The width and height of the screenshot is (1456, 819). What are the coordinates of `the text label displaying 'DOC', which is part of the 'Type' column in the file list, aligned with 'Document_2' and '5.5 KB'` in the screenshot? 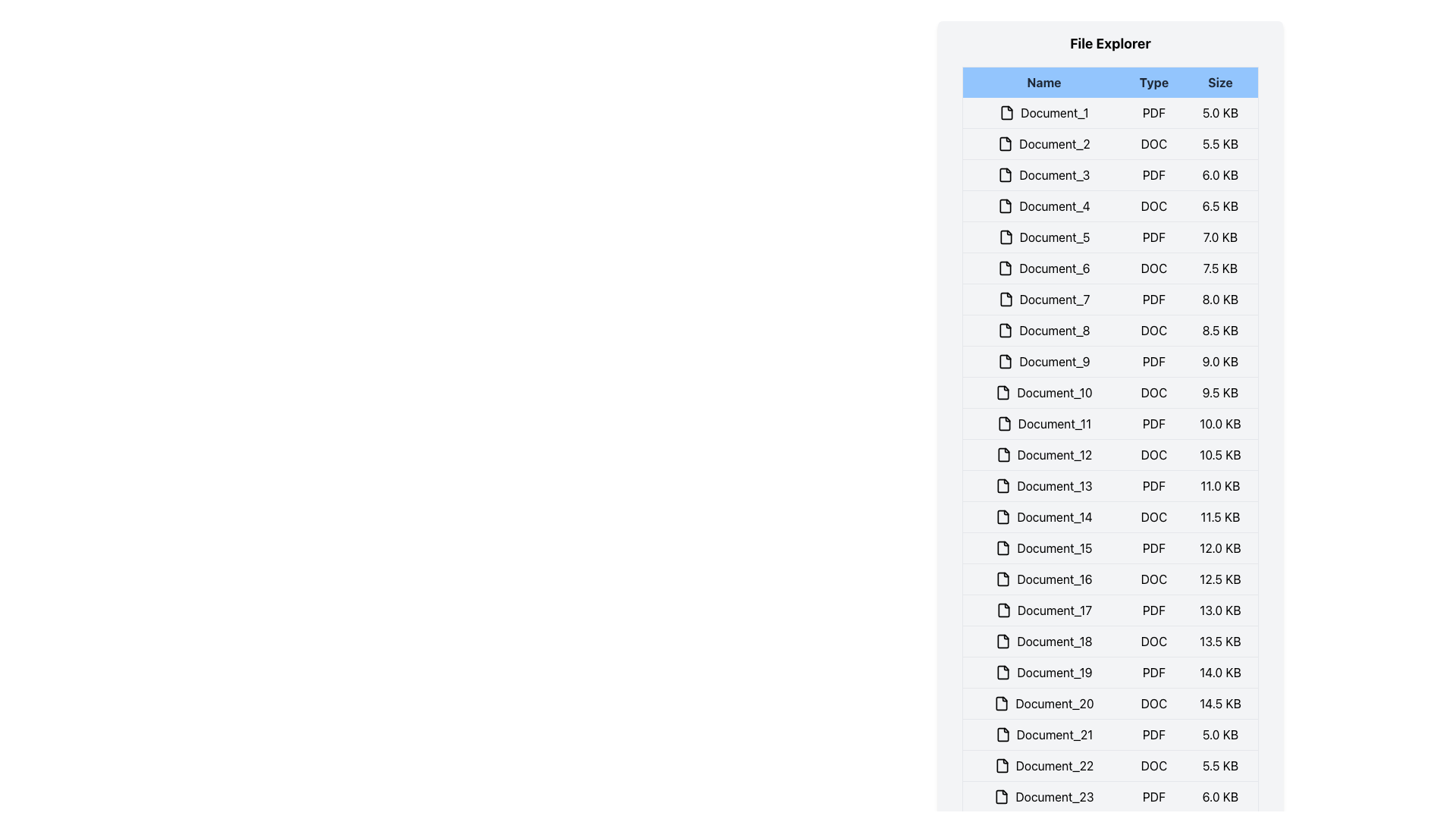 It's located at (1153, 143).